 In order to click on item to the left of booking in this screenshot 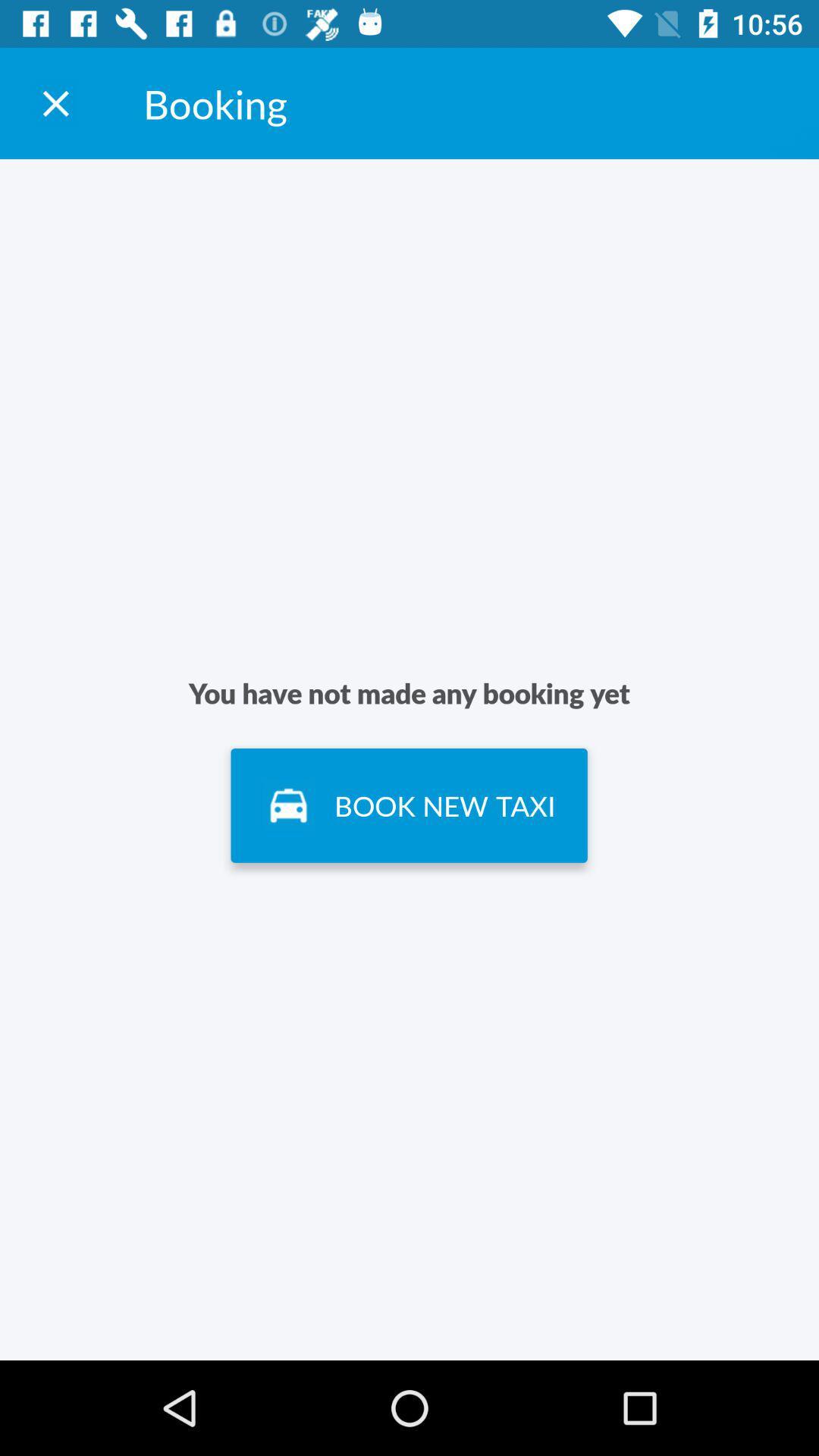, I will do `click(55, 102)`.